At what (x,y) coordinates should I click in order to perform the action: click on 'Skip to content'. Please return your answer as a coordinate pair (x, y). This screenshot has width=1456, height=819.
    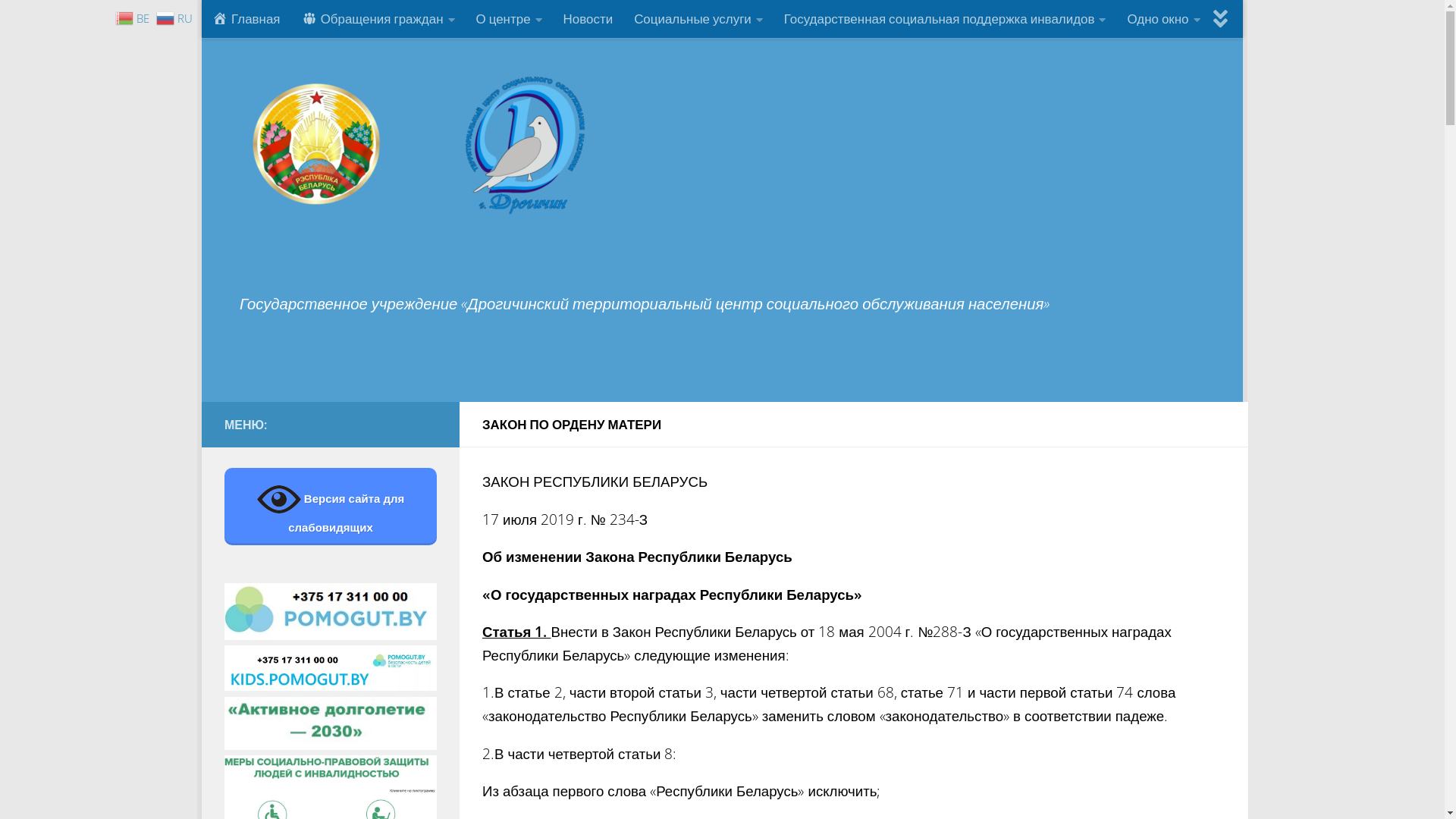
    Looking at the image, I should click on (269, 23).